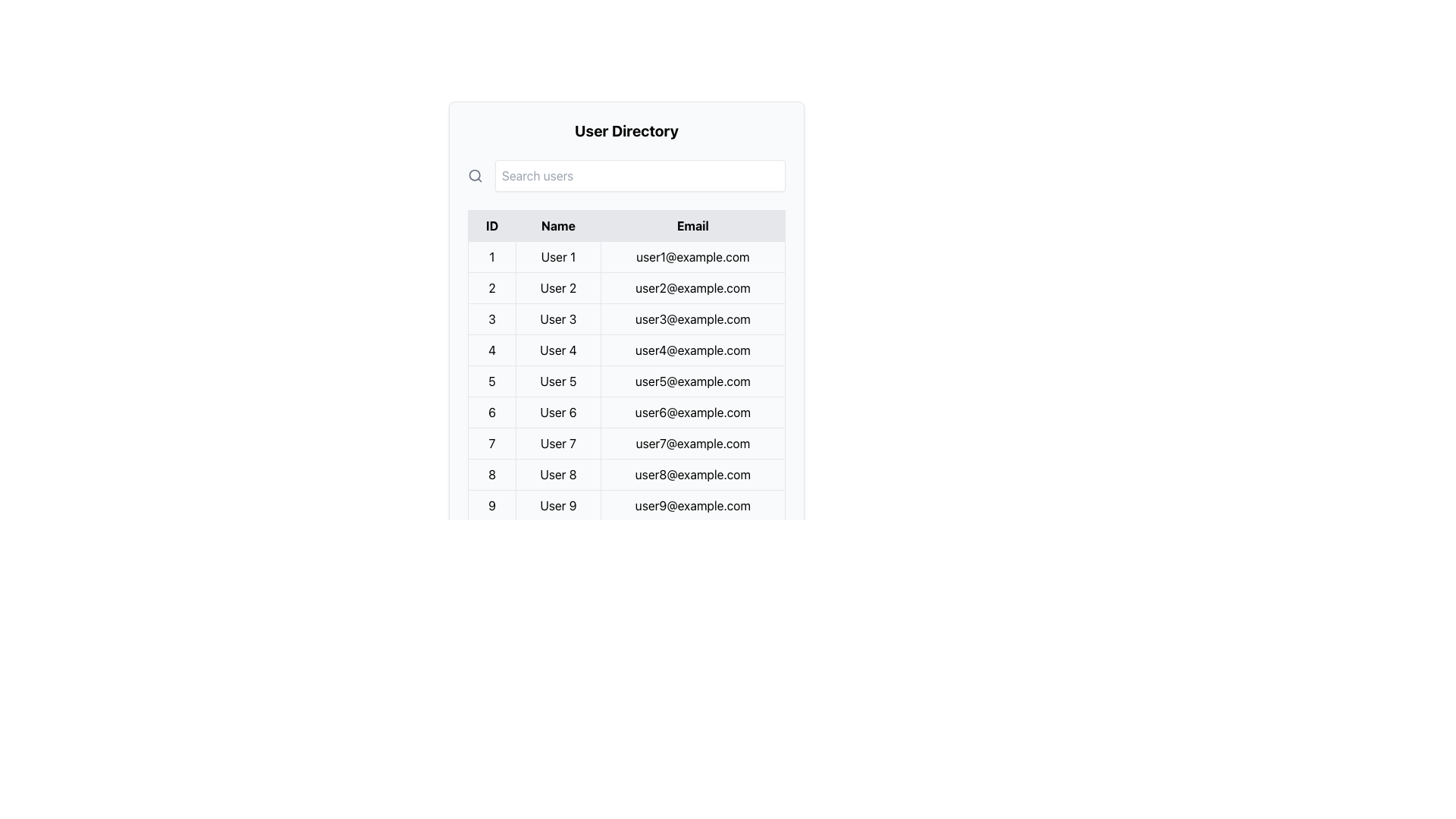  I want to click on the leftmost cell in the eighth row of the table to highlight the entire row, so click(491, 473).